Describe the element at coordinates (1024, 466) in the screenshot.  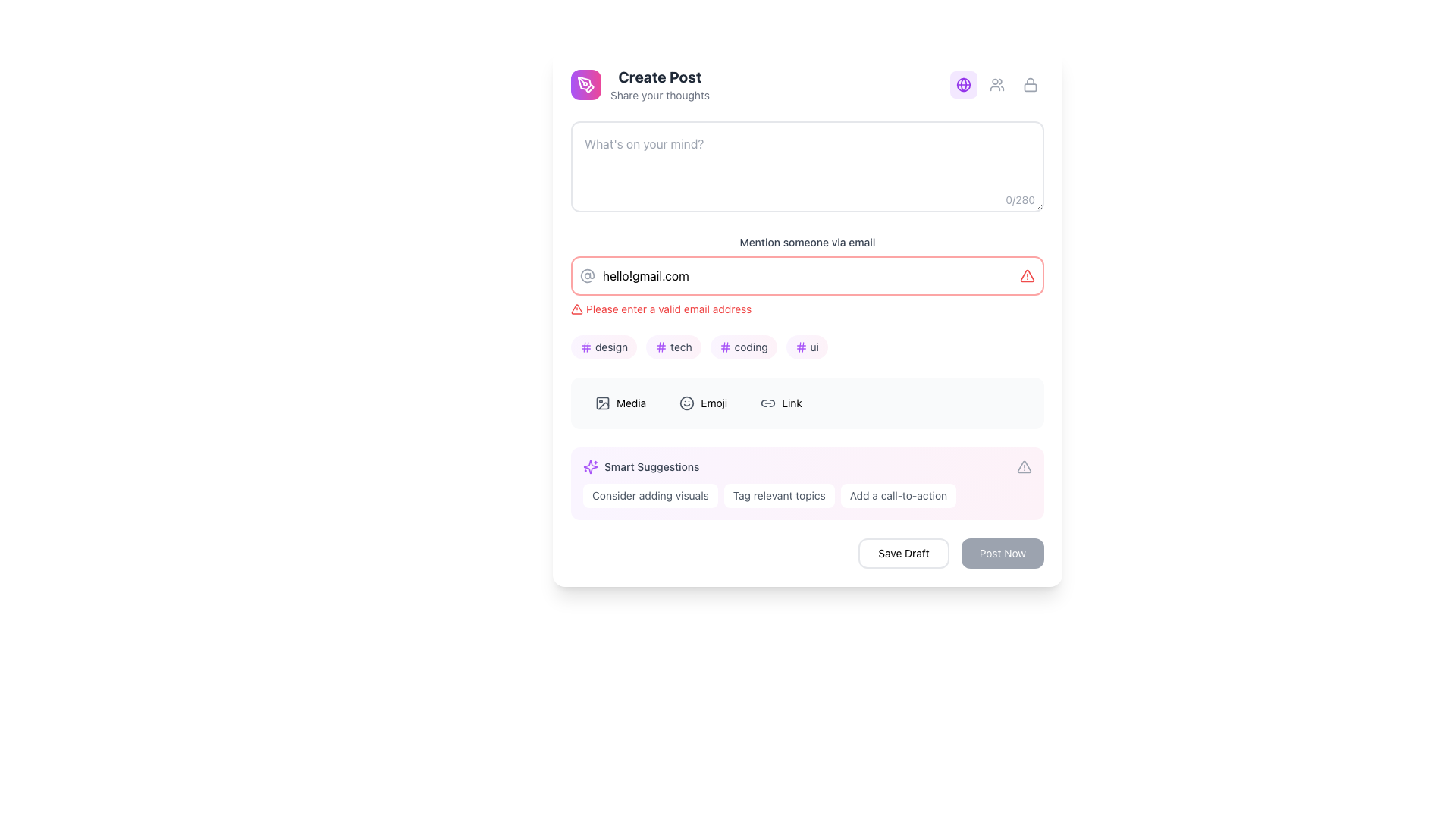
I see `the warning or alert icon located at the far right end of the 'Smart Suggestions' section` at that location.